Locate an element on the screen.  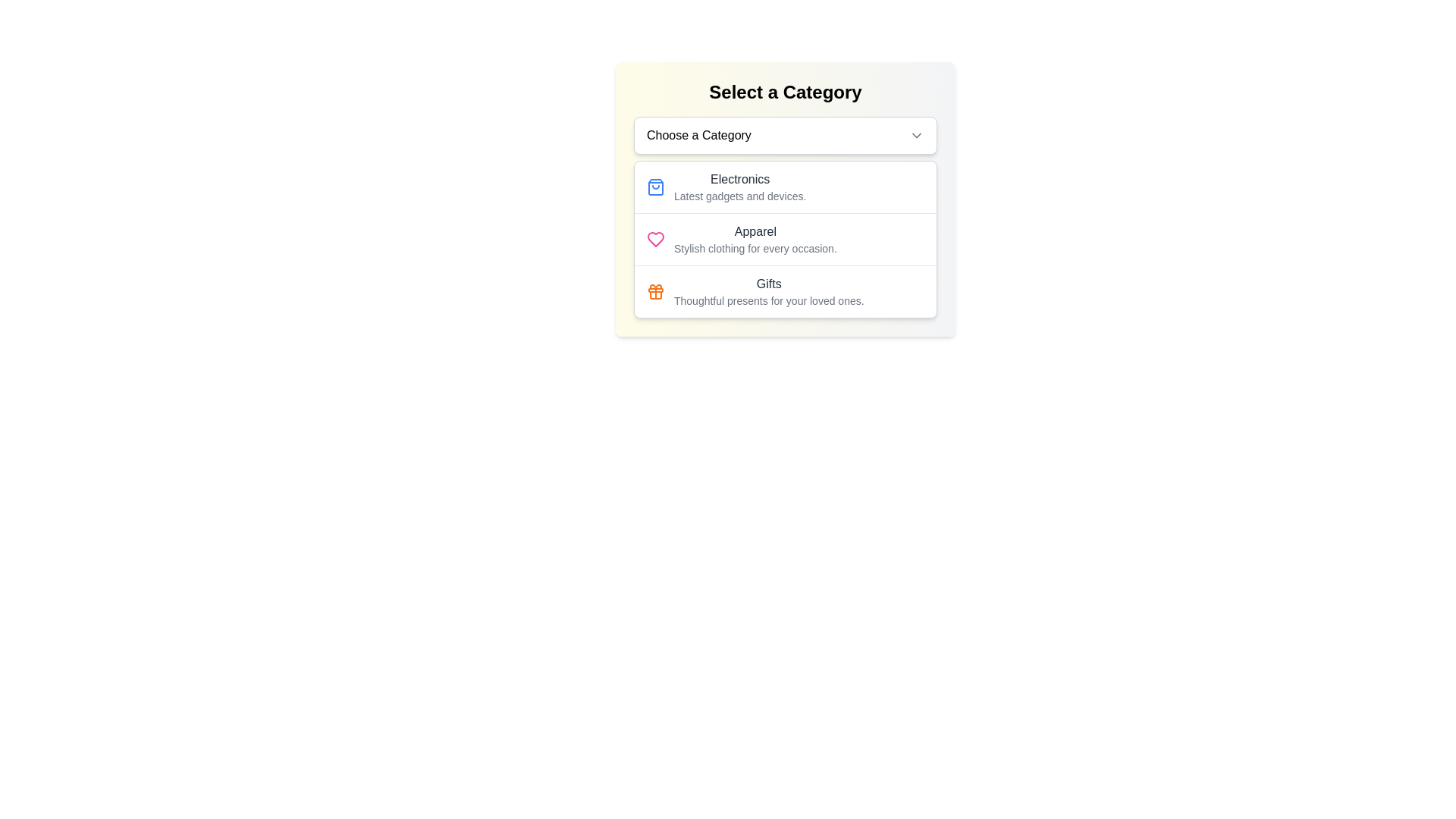
the 'Gifts' category icon, which visually represents the 'Gifts' category and is located to the left of the label text 'Gifts' is located at coordinates (655, 292).